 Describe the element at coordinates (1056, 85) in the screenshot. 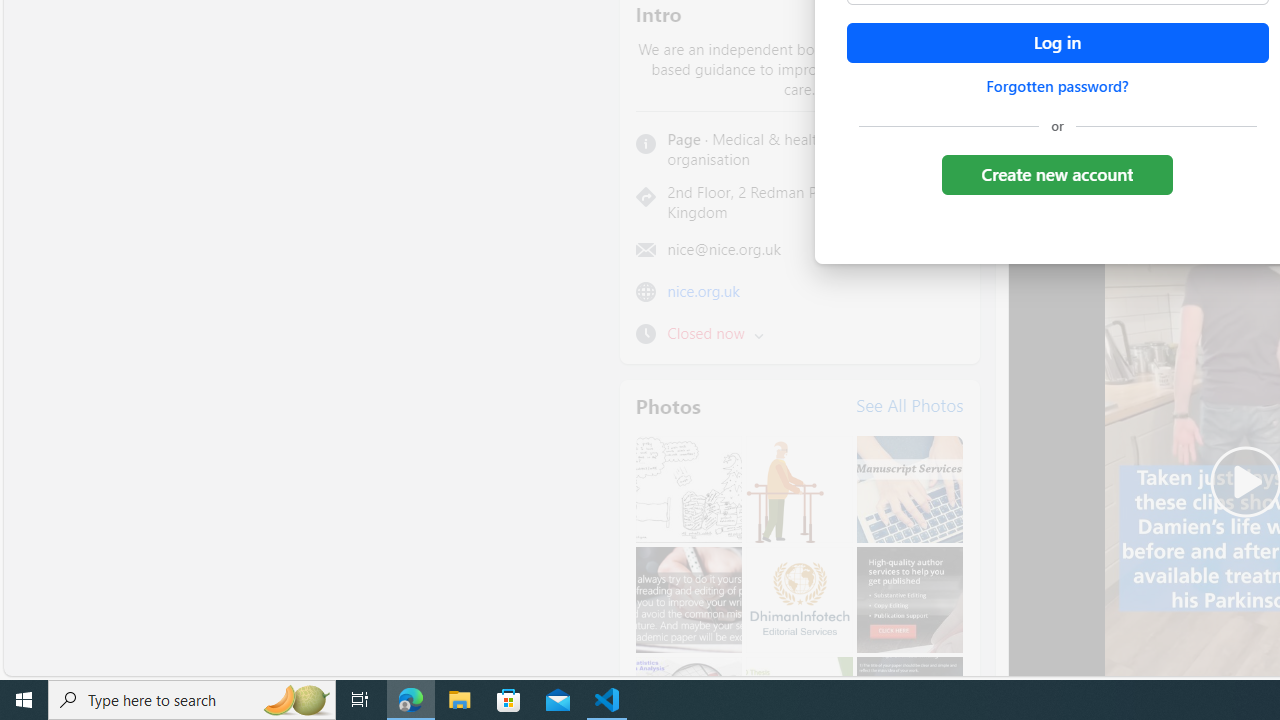

I see `'Forgotten password?'` at that location.